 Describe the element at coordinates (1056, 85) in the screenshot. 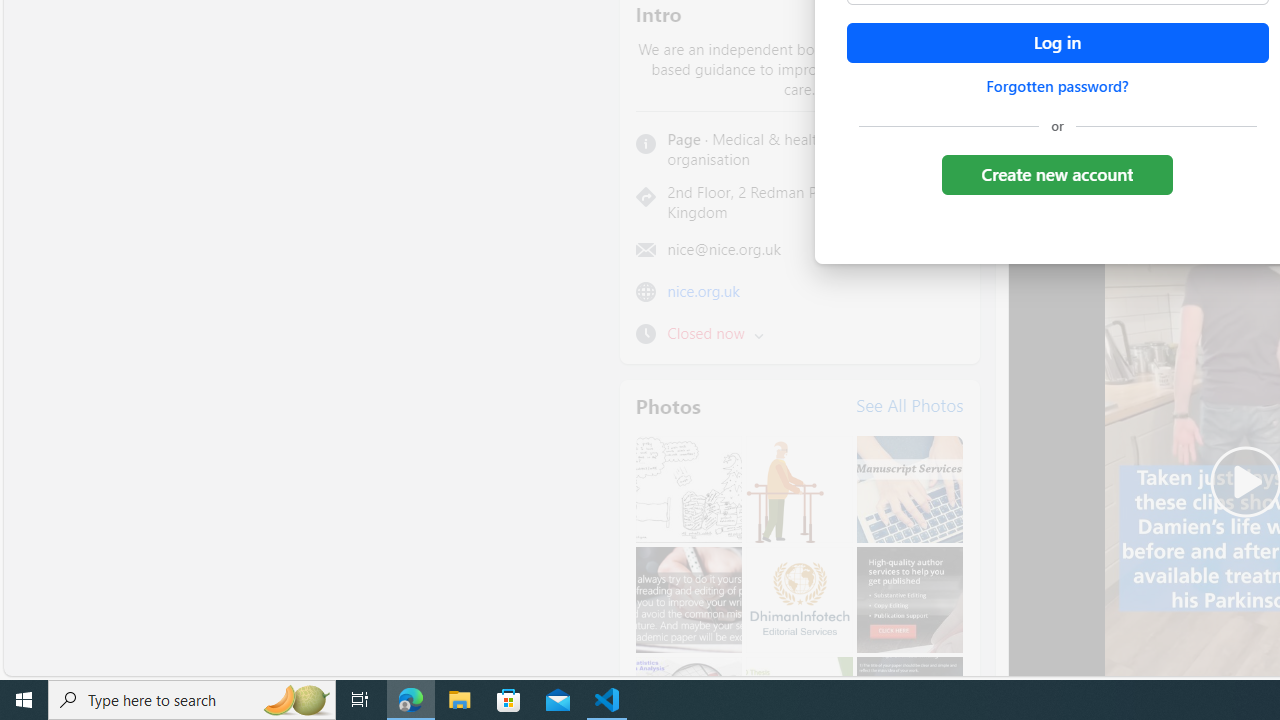

I see `'Forgotten password?'` at that location.